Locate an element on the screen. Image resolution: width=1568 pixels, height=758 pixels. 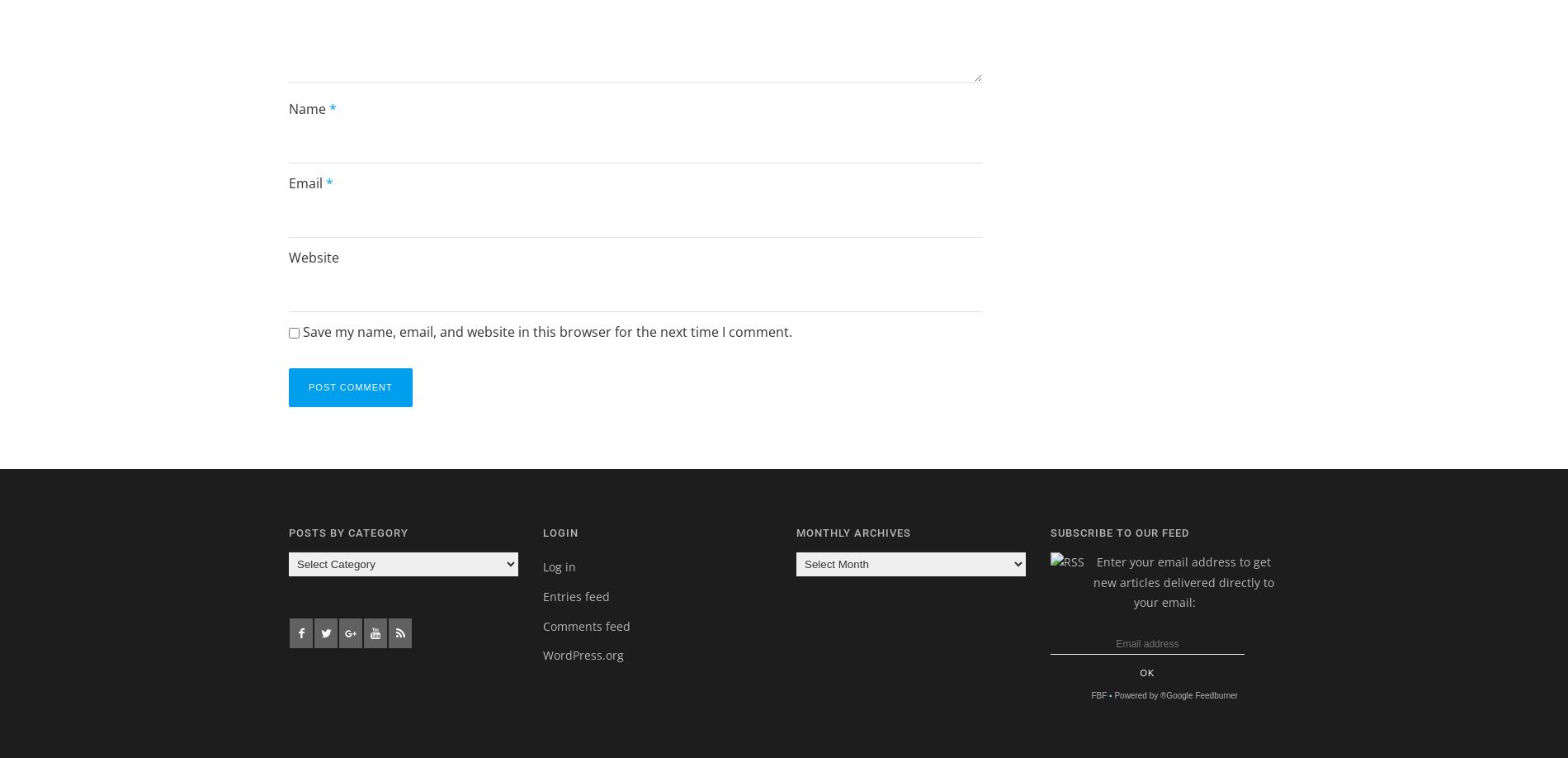
'Powered by ®Google Feedburner' is located at coordinates (1112, 695).